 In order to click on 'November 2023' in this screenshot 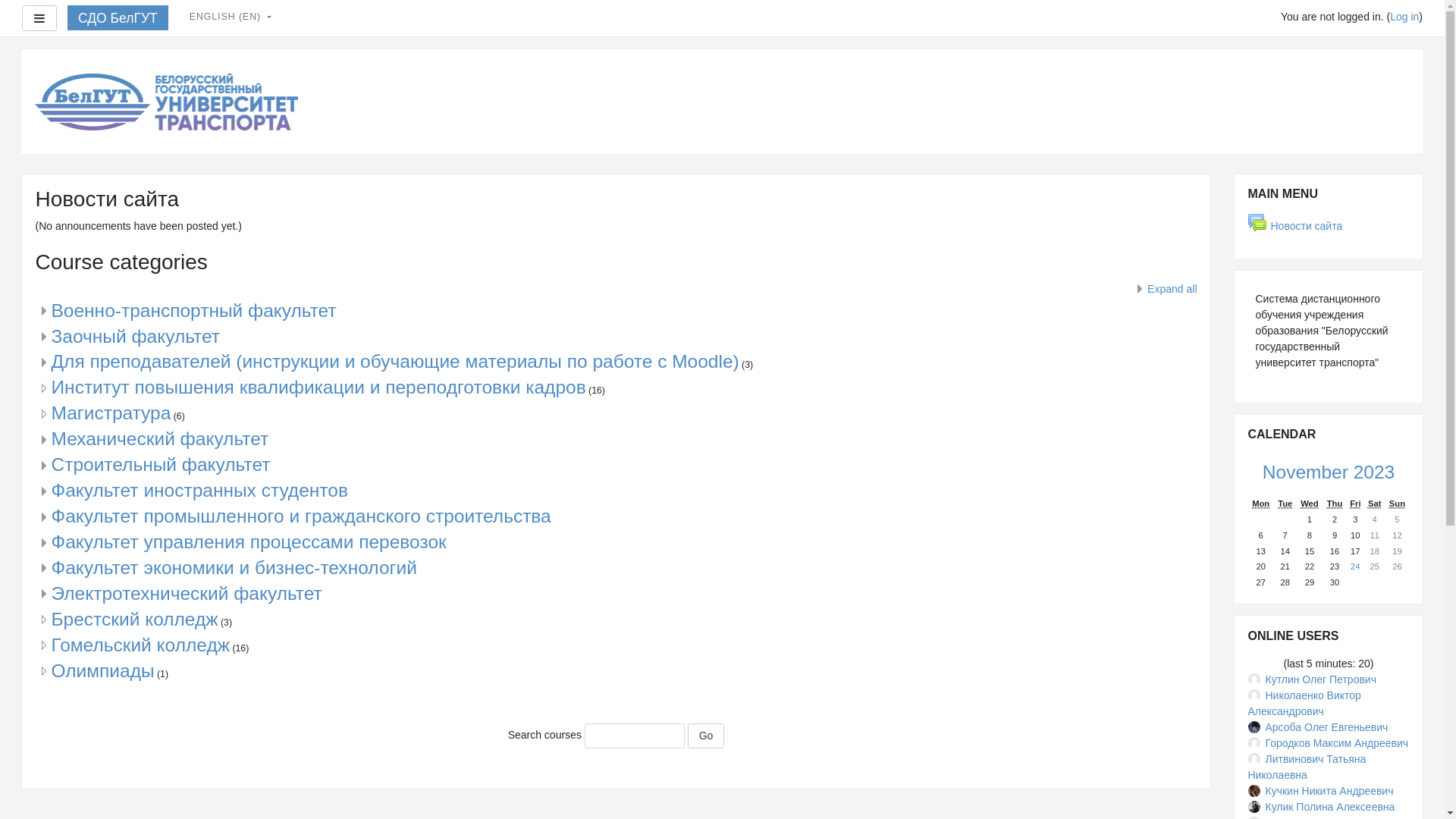, I will do `click(1328, 471)`.